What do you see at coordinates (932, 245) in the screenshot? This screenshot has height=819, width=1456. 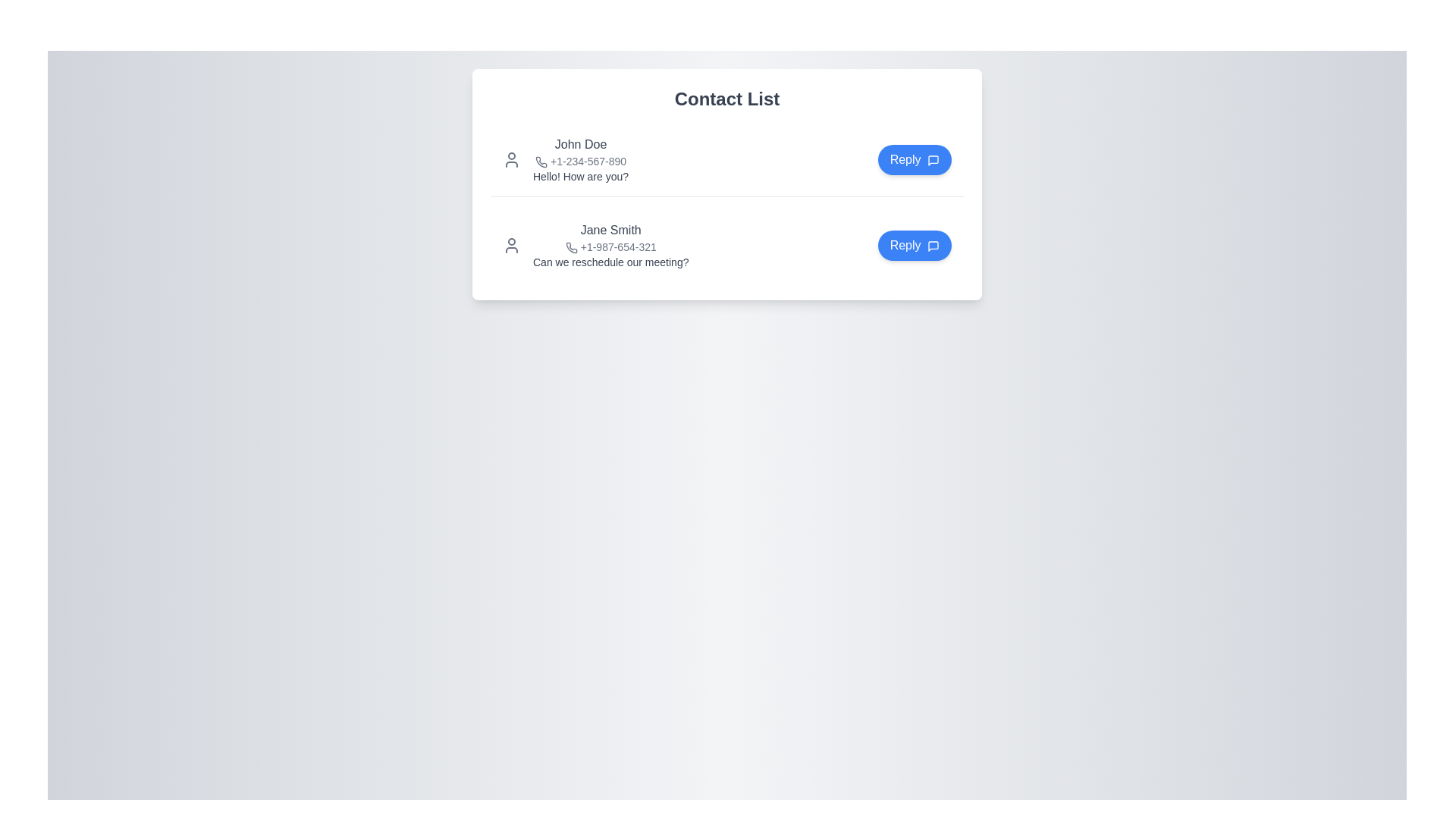 I see `the SVG-based reply icon located within the 'Reply' button in the contact list for 'Jane Smith', which visually reinforces the reply action` at bounding box center [932, 245].